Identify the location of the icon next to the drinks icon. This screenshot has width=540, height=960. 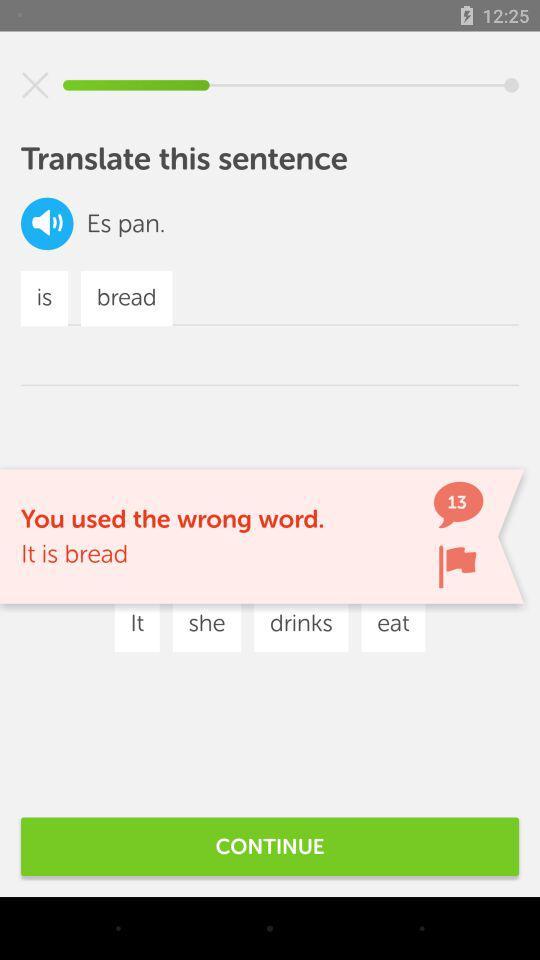
(187, 564).